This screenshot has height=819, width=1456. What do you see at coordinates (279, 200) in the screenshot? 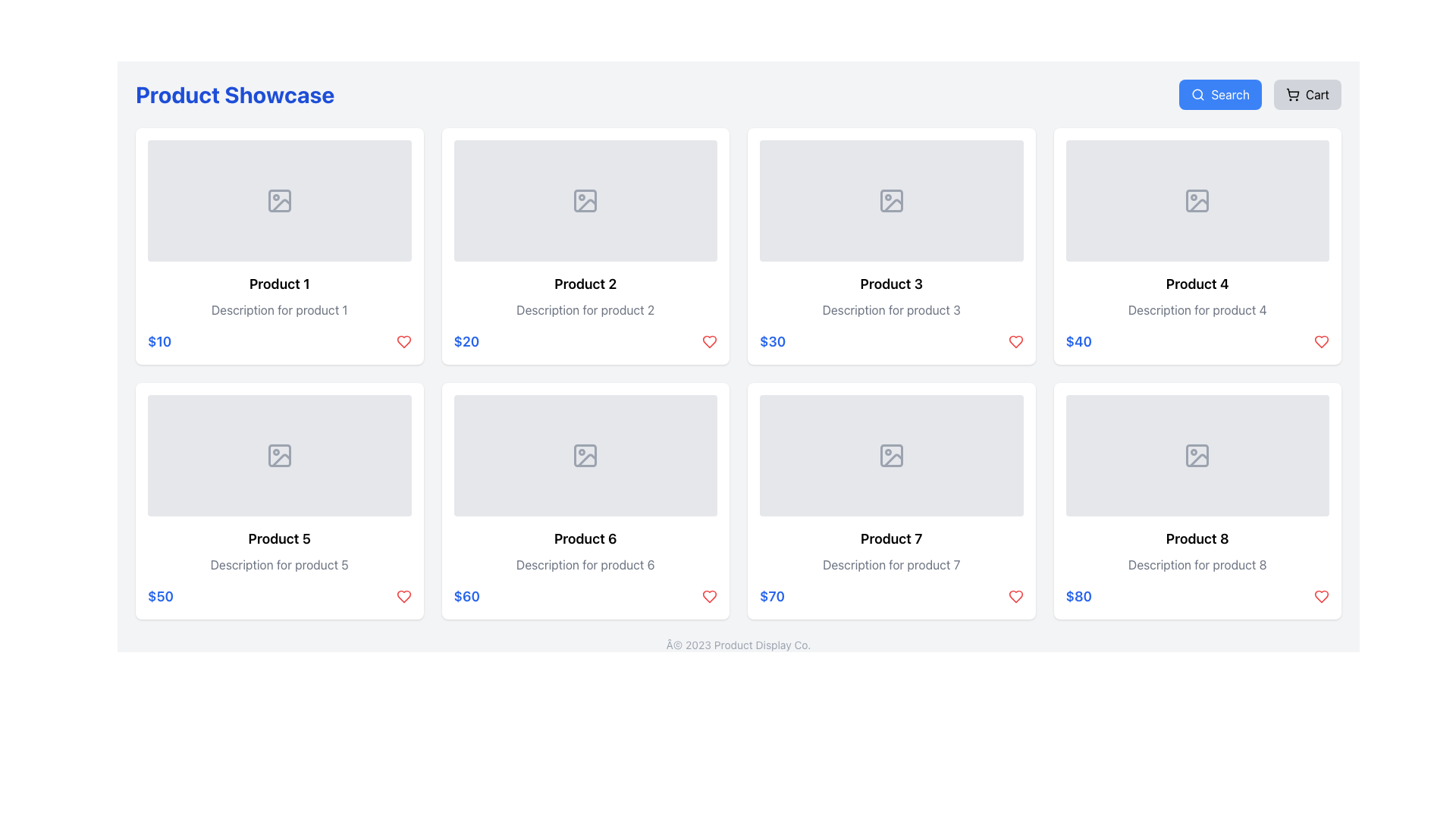
I see `the image placeholder with a light gray background and a photo frame icon, located in the upper section of the 'Product 1' card` at bounding box center [279, 200].